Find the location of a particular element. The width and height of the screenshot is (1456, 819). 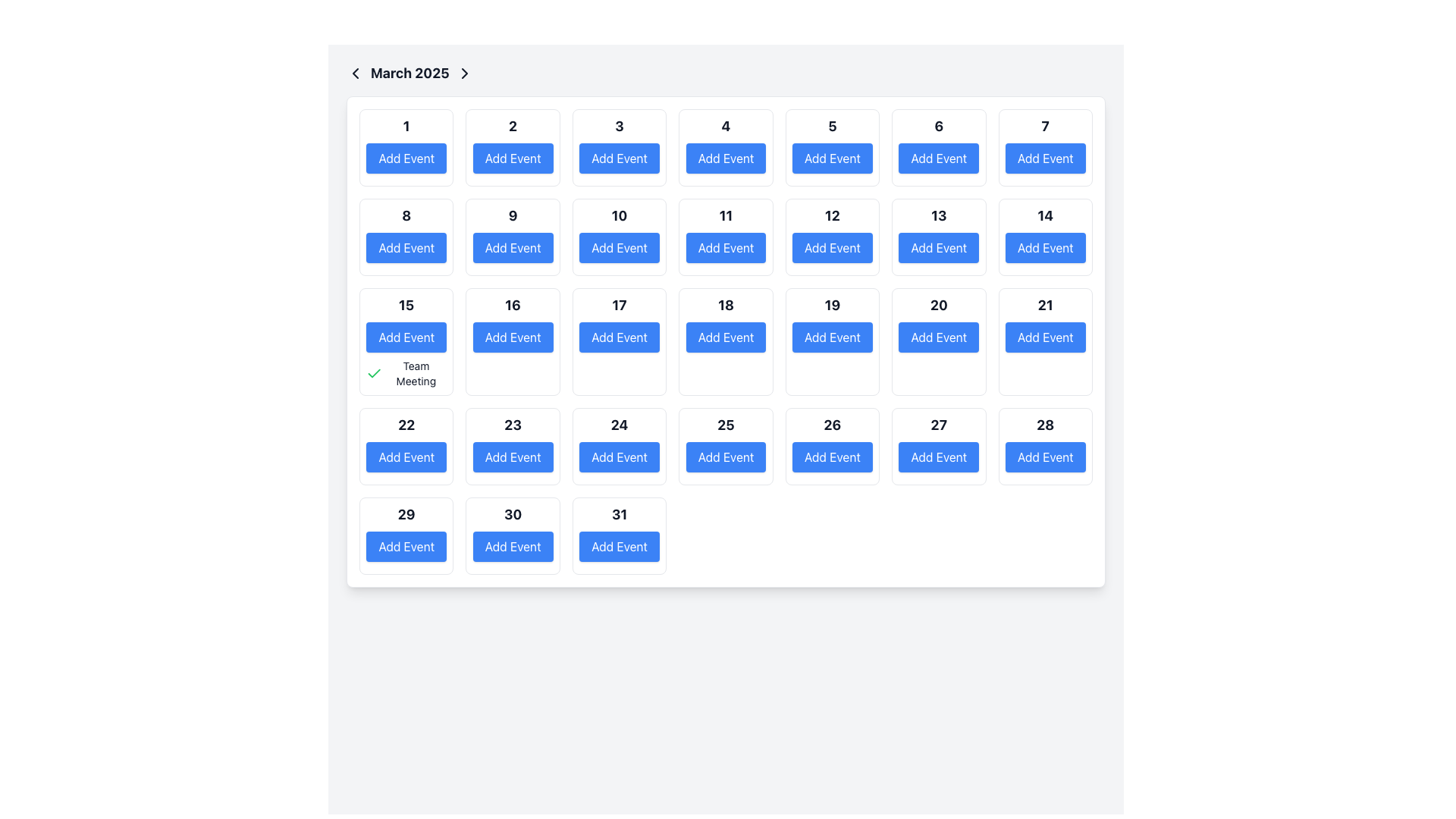

the 'Add Event' button in the composite element with a bold number '16' at the top to change its appearance is located at coordinates (513, 342).